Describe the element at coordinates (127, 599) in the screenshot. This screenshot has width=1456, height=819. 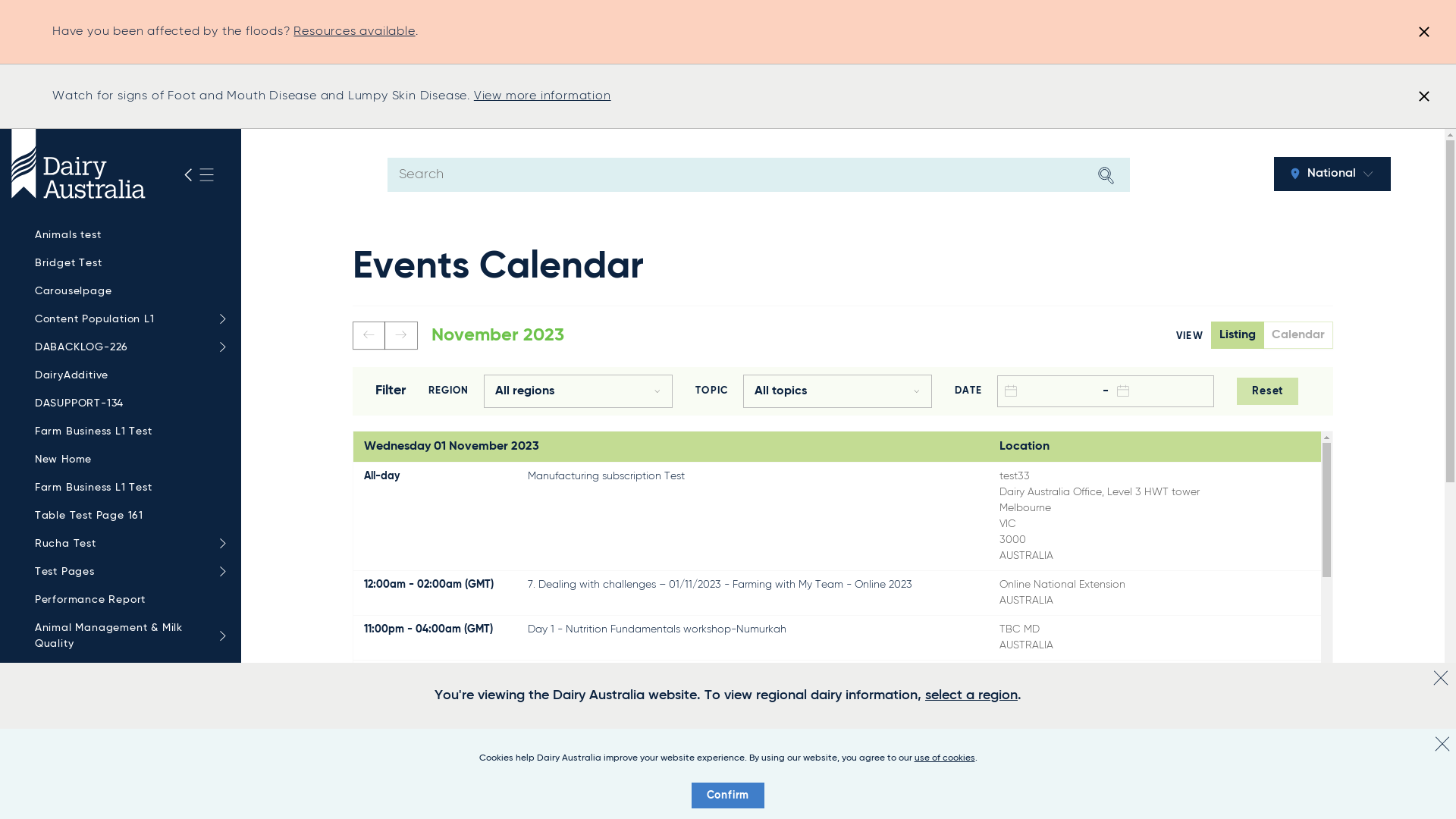
I see `'Performance Report'` at that location.